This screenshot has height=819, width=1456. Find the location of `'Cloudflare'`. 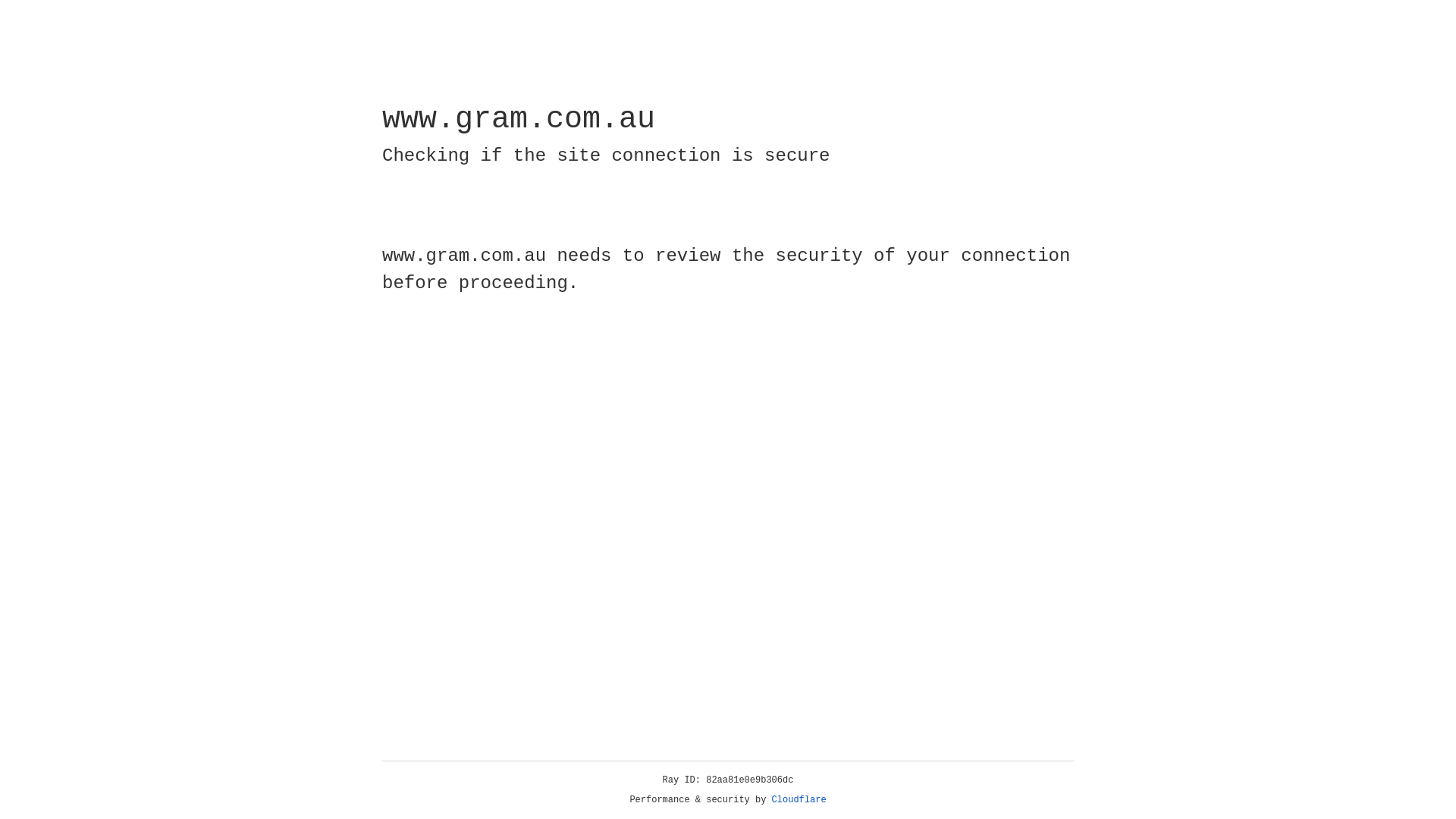

'Cloudflare' is located at coordinates (799, 799).